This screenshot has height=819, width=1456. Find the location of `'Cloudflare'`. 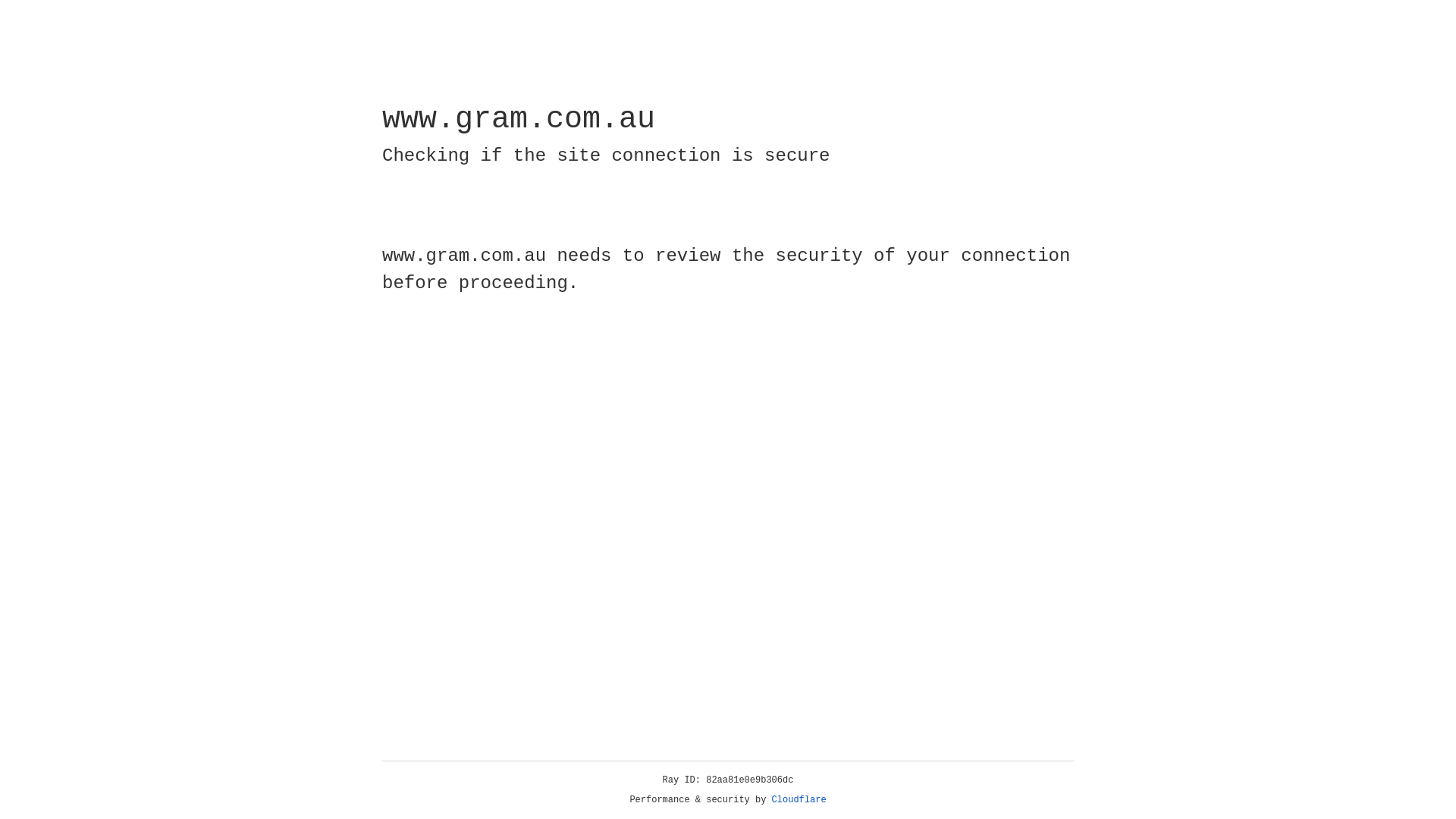

'Cloudflare' is located at coordinates (799, 799).